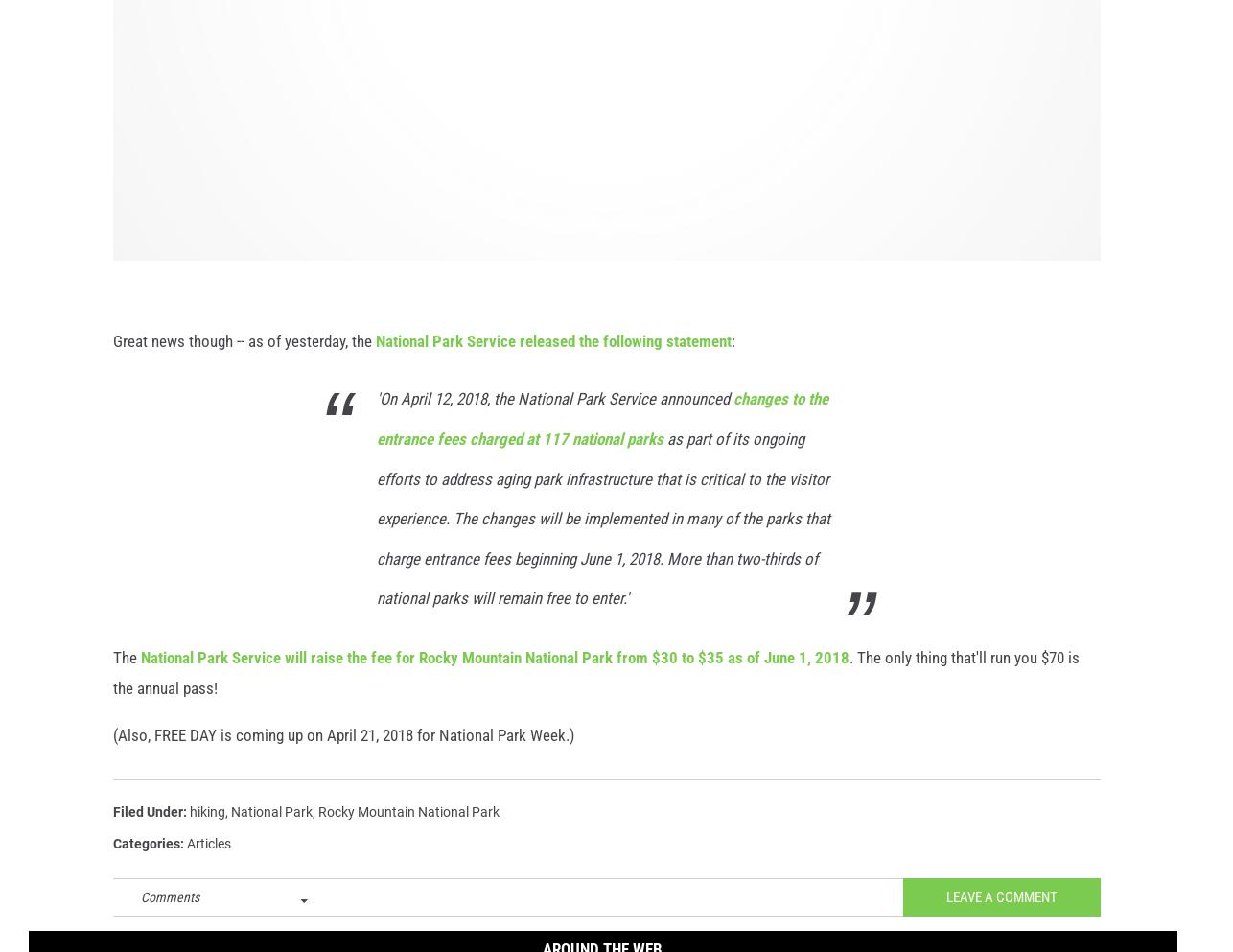  Describe the element at coordinates (374, 362) in the screenshot. I see `'National Park Service released the following statement'` at that location.